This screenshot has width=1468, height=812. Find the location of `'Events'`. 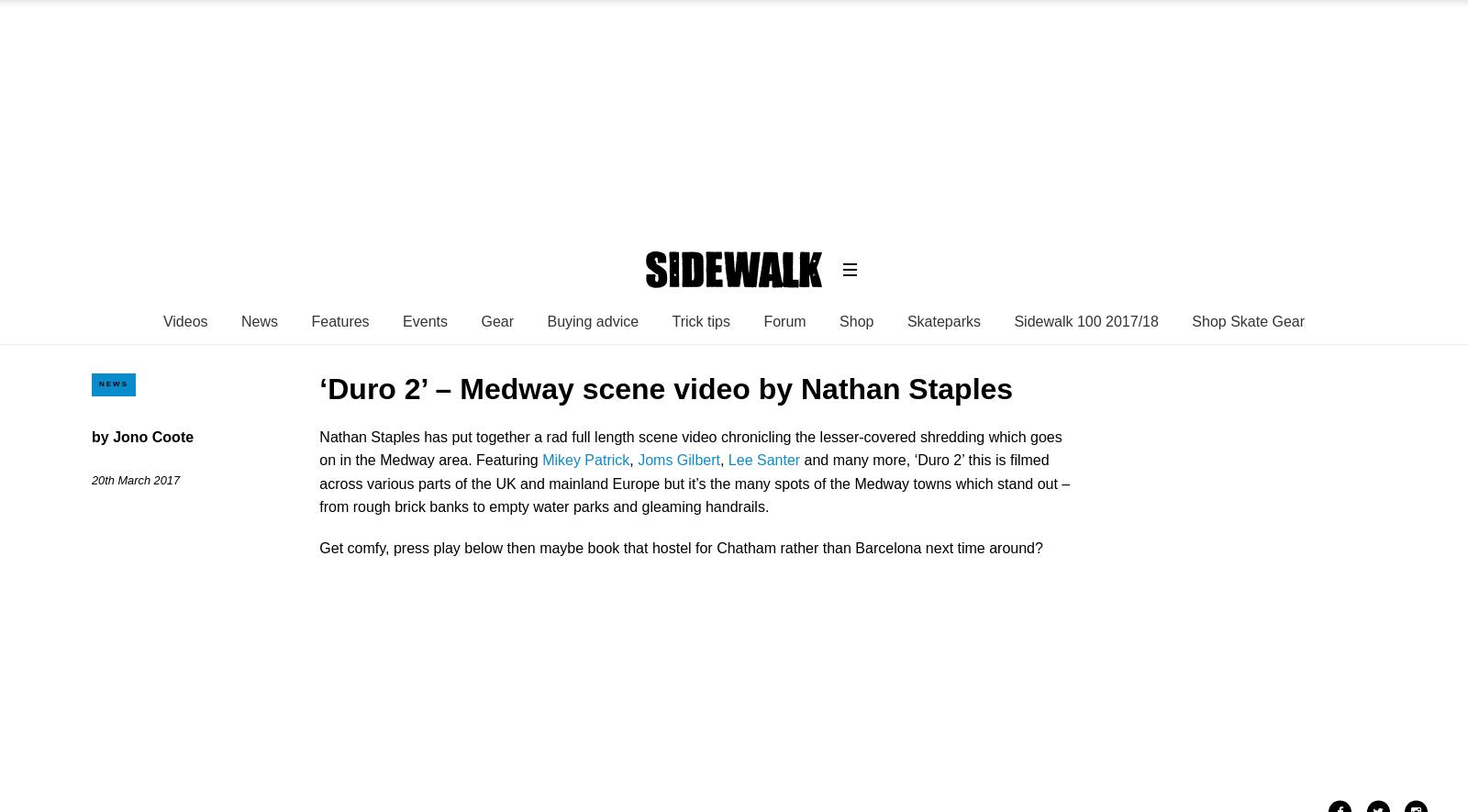

'Events' is located at coordinates (424, 320).